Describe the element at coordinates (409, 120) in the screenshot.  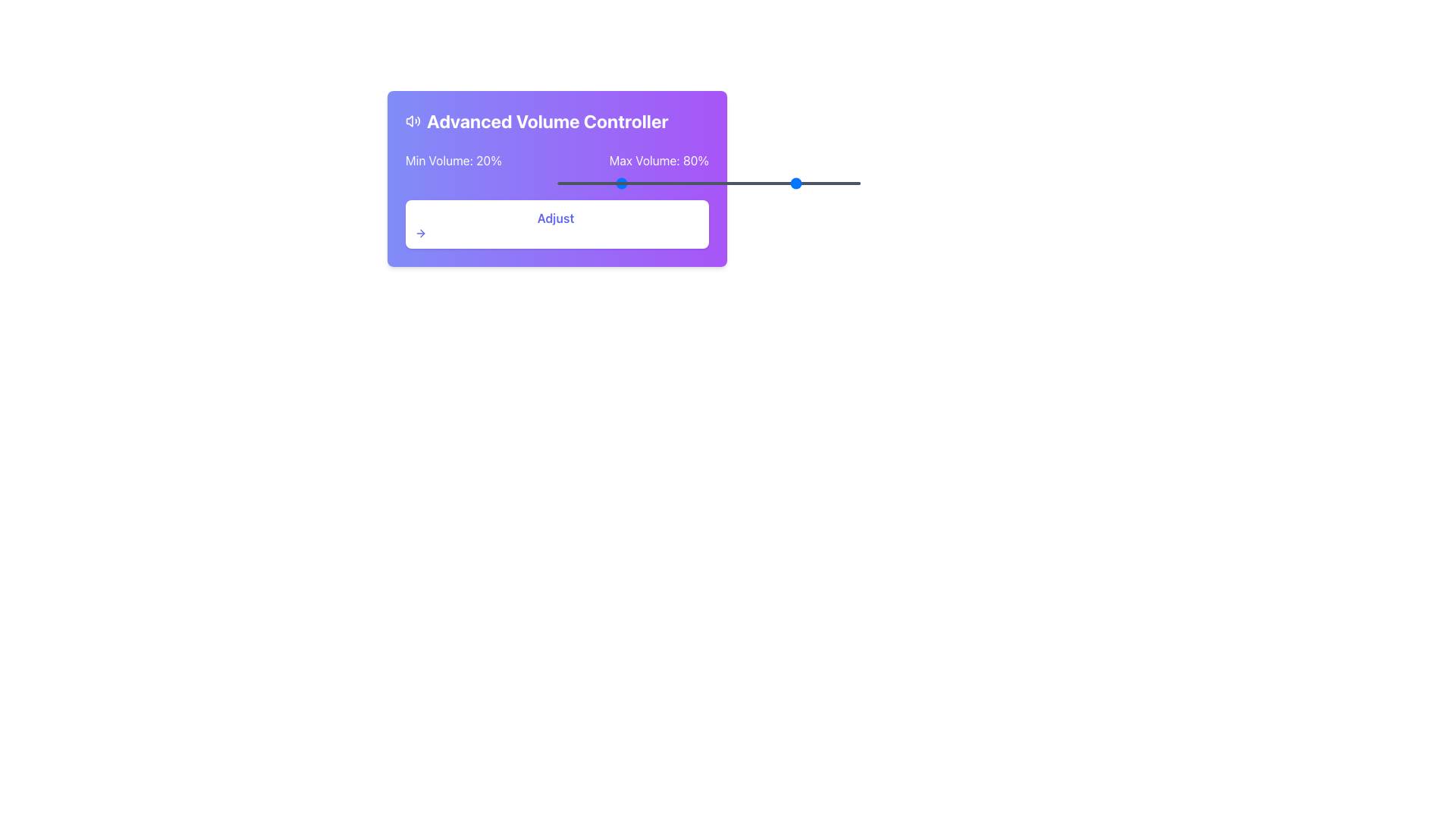
I see `the leftmost speaker icon indicating audio functionality, positioned next to the 'Advanced Volume Controller' text header` at that location.